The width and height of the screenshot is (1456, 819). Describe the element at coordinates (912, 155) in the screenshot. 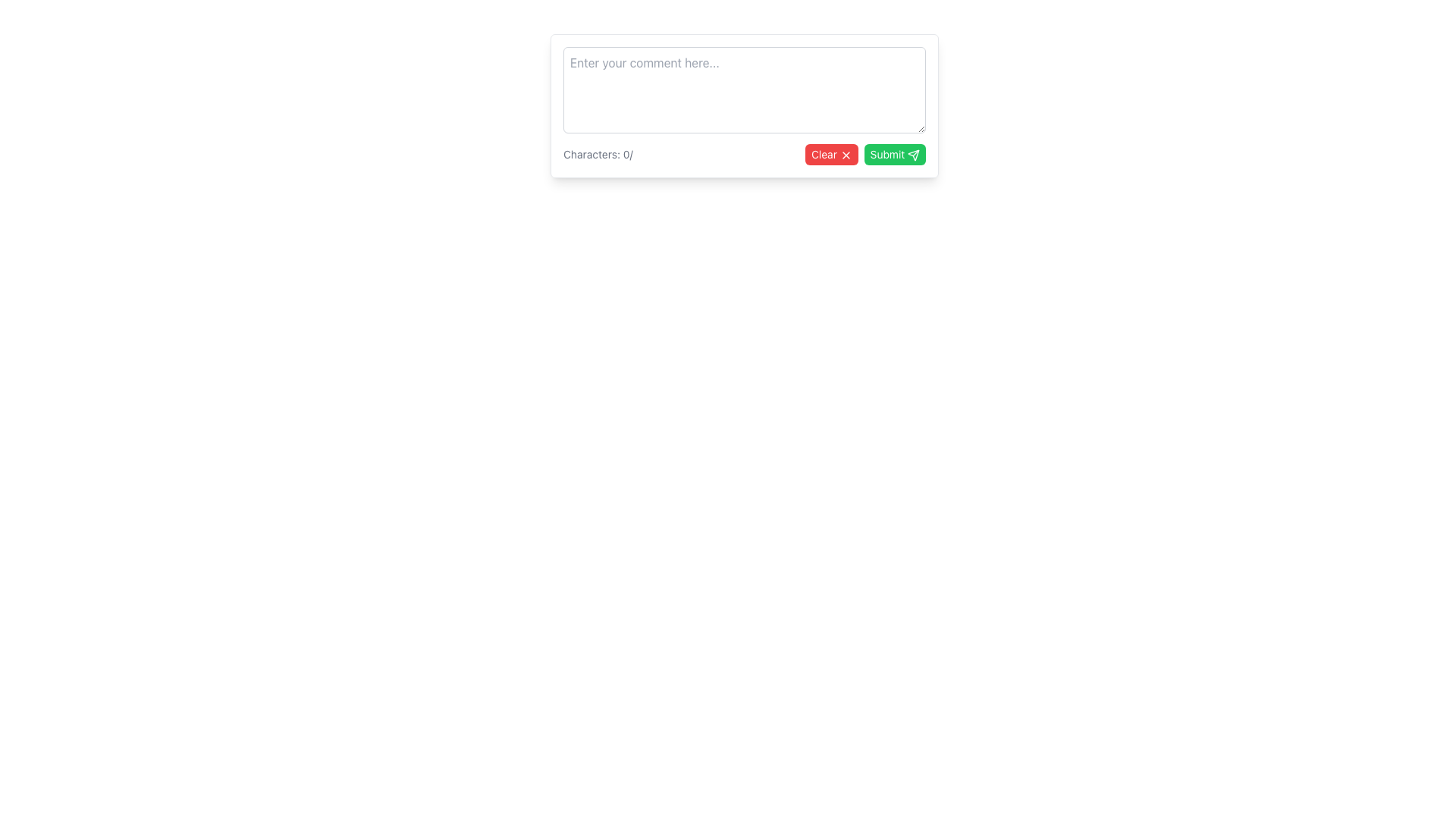

I see `the 'Send' icon located within the 'Submit' button, which is aligned to the right of the 'Submit' text label` at that location.